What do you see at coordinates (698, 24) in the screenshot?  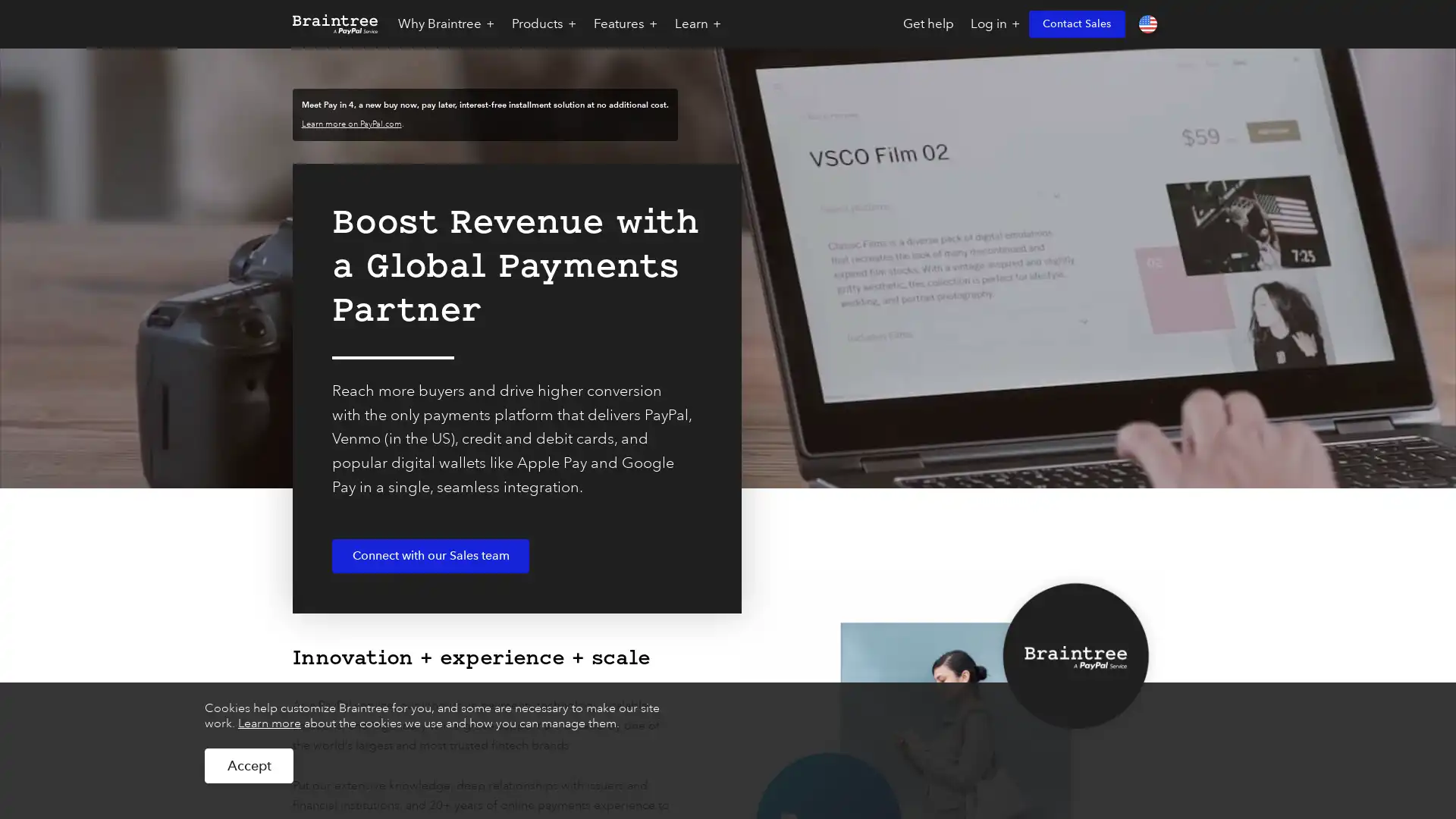 I see `Learn menu` at bounding box center [698, 24].